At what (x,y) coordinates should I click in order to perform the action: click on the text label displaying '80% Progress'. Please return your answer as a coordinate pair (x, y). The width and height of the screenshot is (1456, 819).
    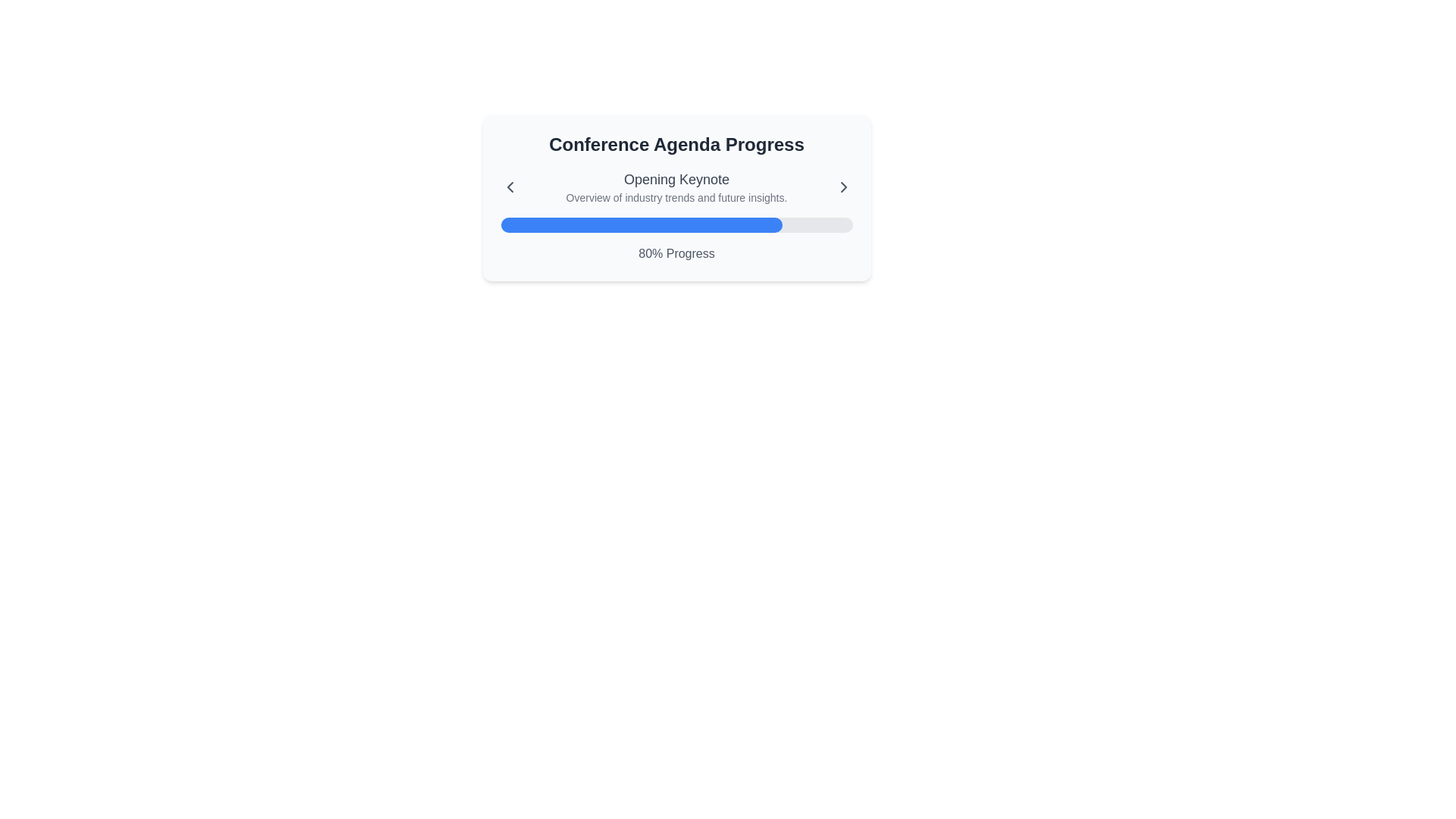
    Looking at the image, I should click on (676, 253).